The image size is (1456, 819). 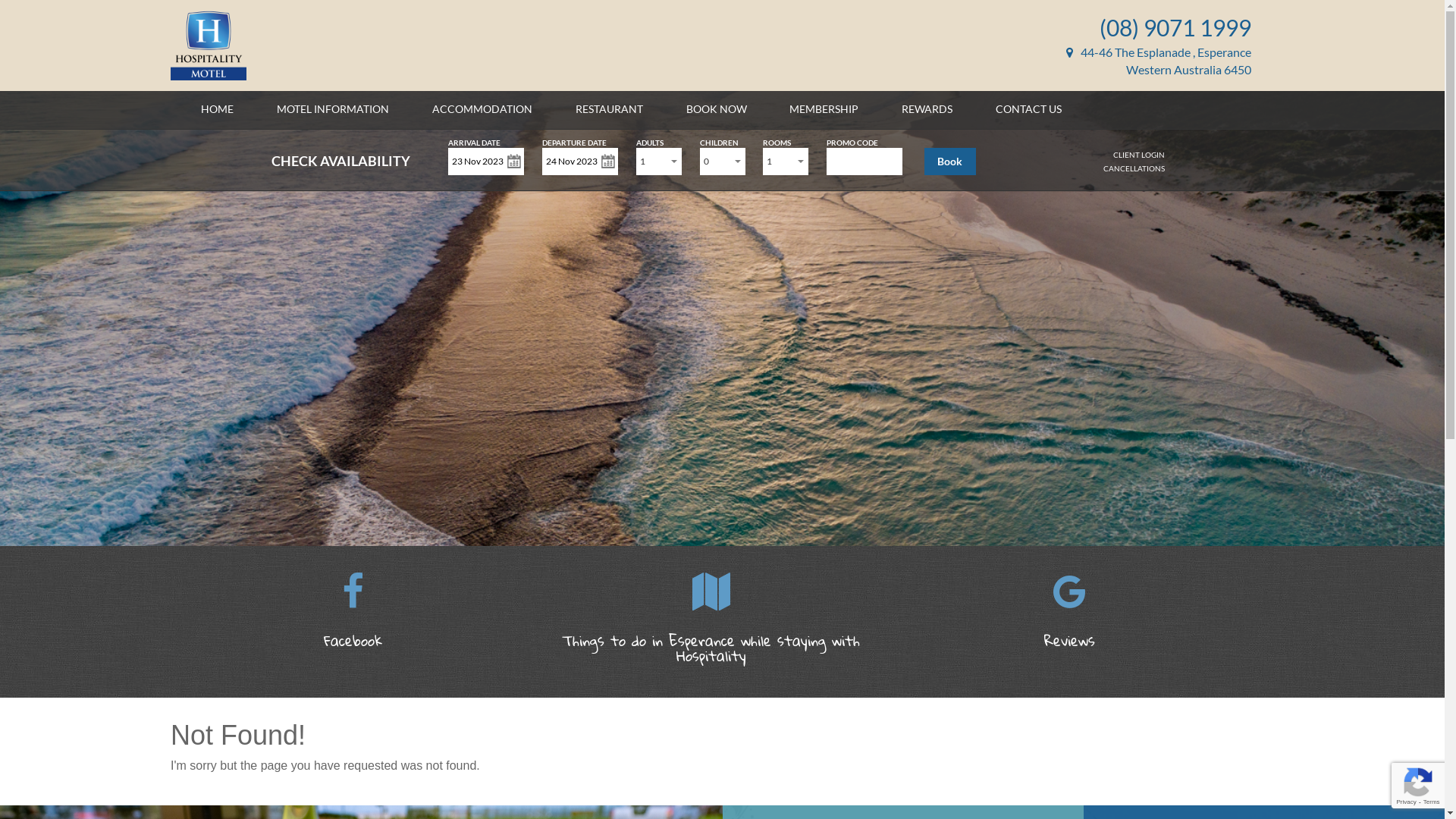 What do you see at coordinates (331, 108) in the screenshot?
I see `'MOTEL INFORMATION'` at bounding box center [331, 108].